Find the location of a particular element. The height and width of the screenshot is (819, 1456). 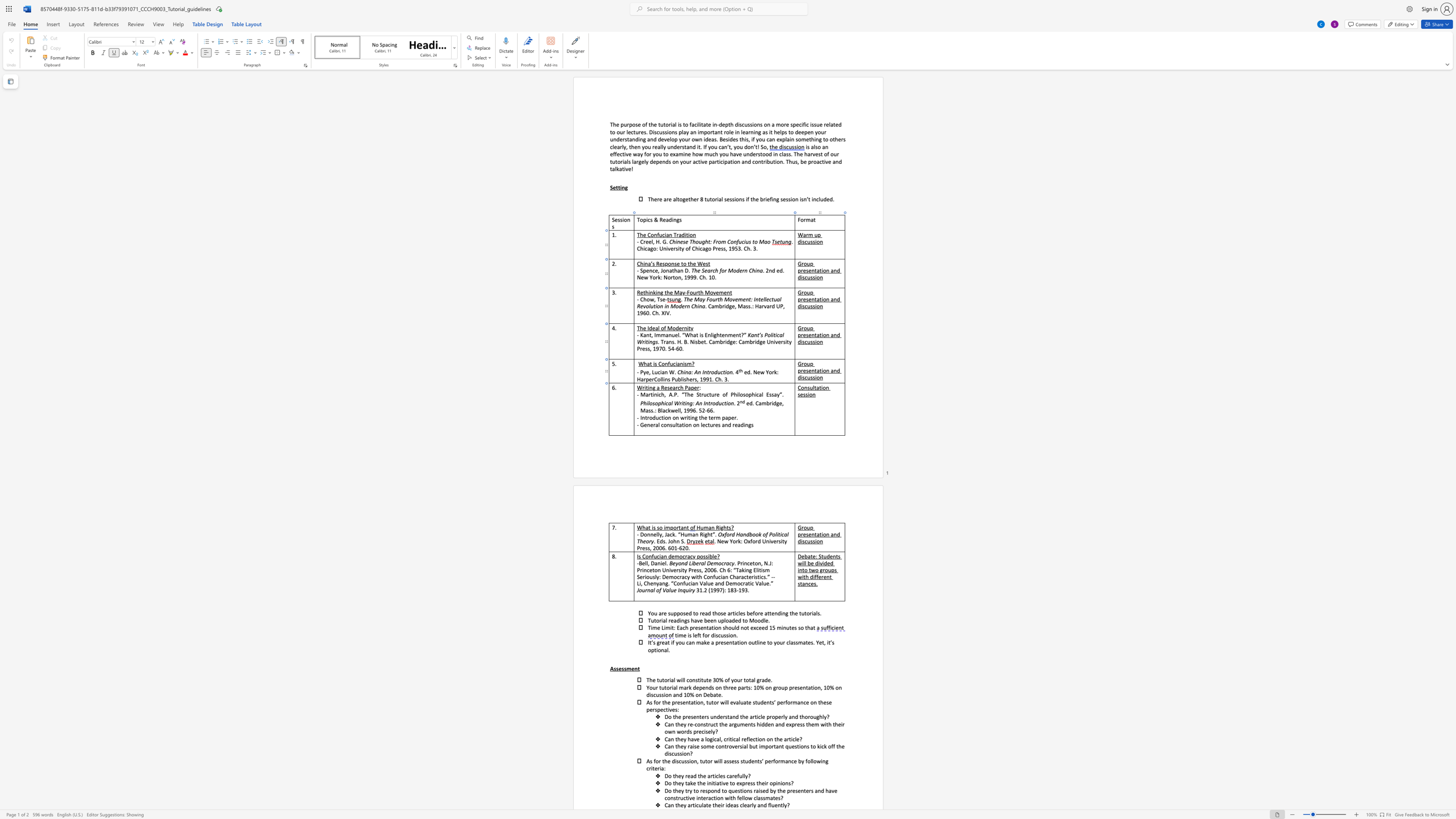

the 1th character "c" in the text is located at coordinates (658, 372).